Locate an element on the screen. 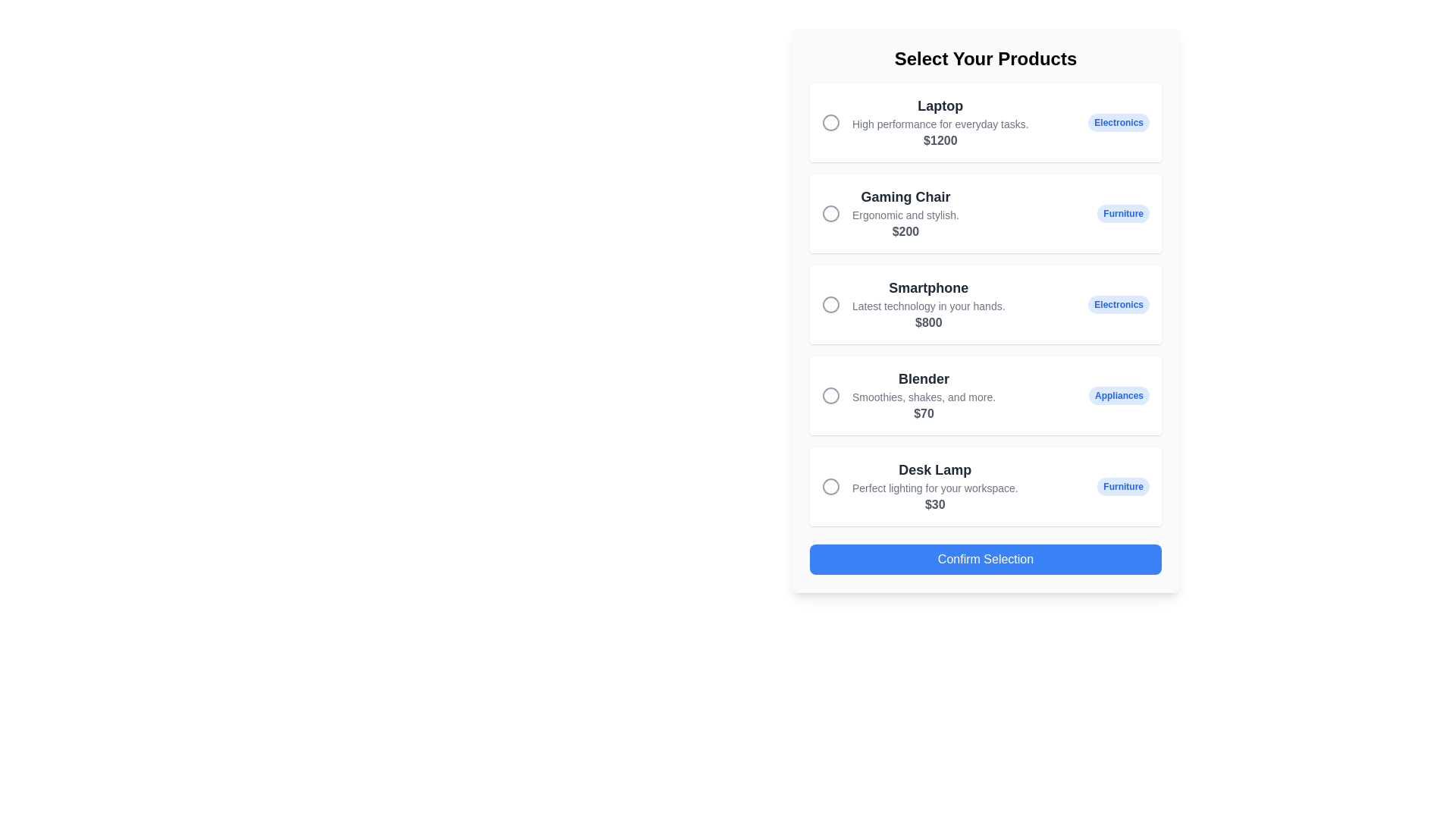  the second circle element in the vertical list is located at coordinates (830, 213).